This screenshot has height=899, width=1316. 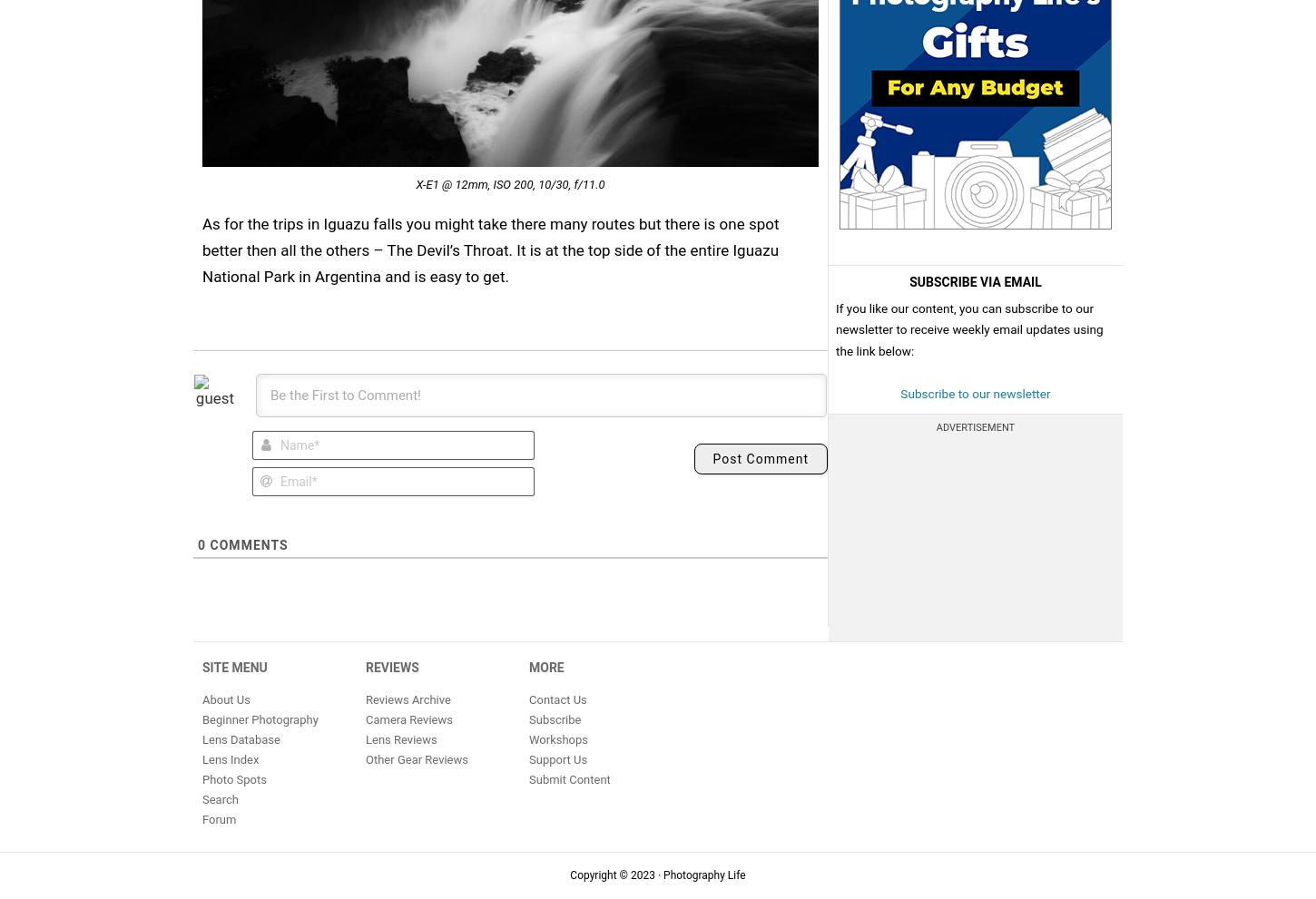 What do you see at coordinates (554, 718) in the screenshot?
I see `'Subscribe'` at bounding box center [554, 718].